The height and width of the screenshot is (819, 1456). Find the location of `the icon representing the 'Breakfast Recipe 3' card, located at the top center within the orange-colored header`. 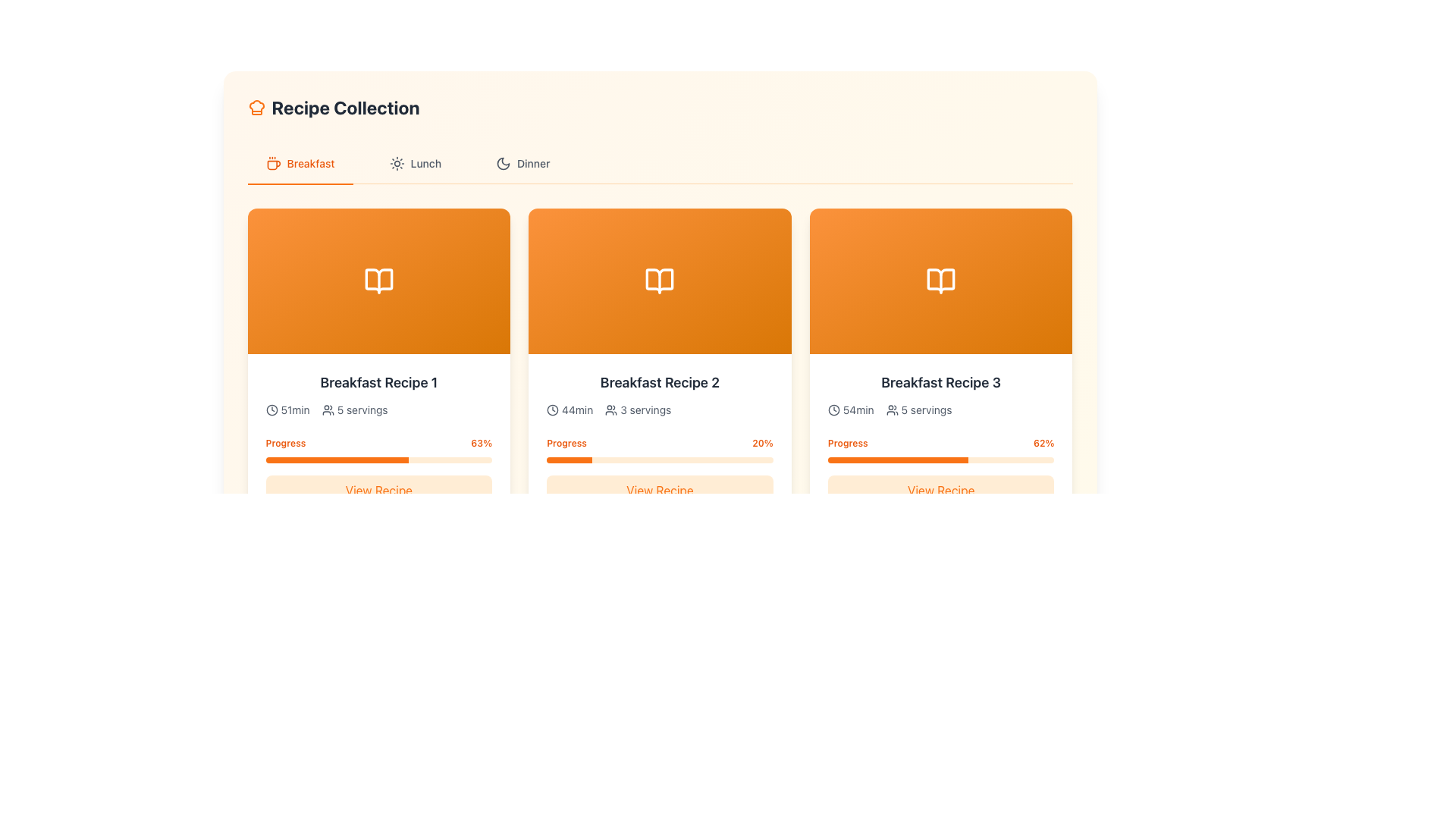

the icon representing the 'Breakfast Recipe 3' card, located at the top center within the orange-colored header is located at coordinates (940, 281).